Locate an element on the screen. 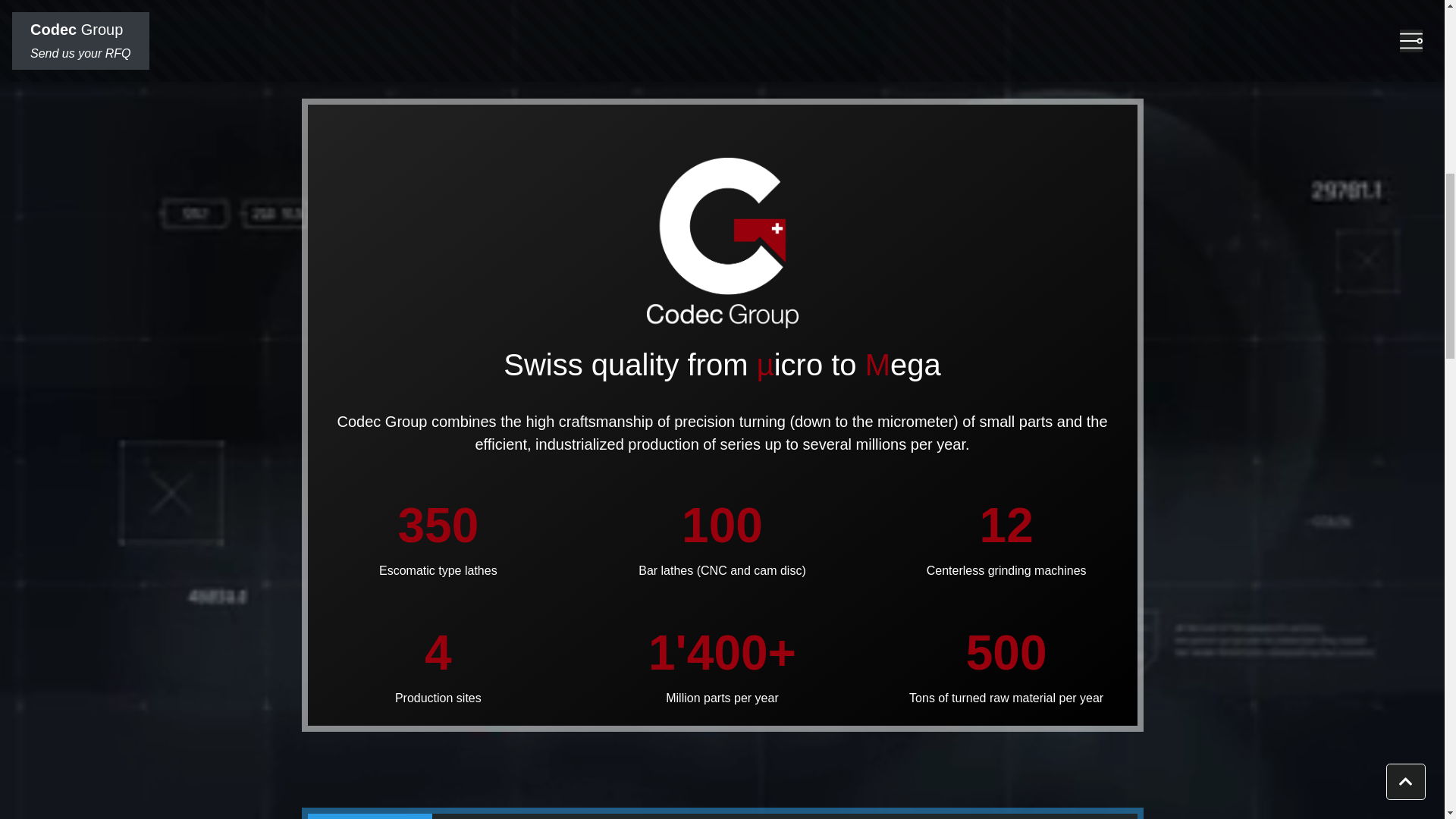  'Codec Group is located at coordinates (80, 40).